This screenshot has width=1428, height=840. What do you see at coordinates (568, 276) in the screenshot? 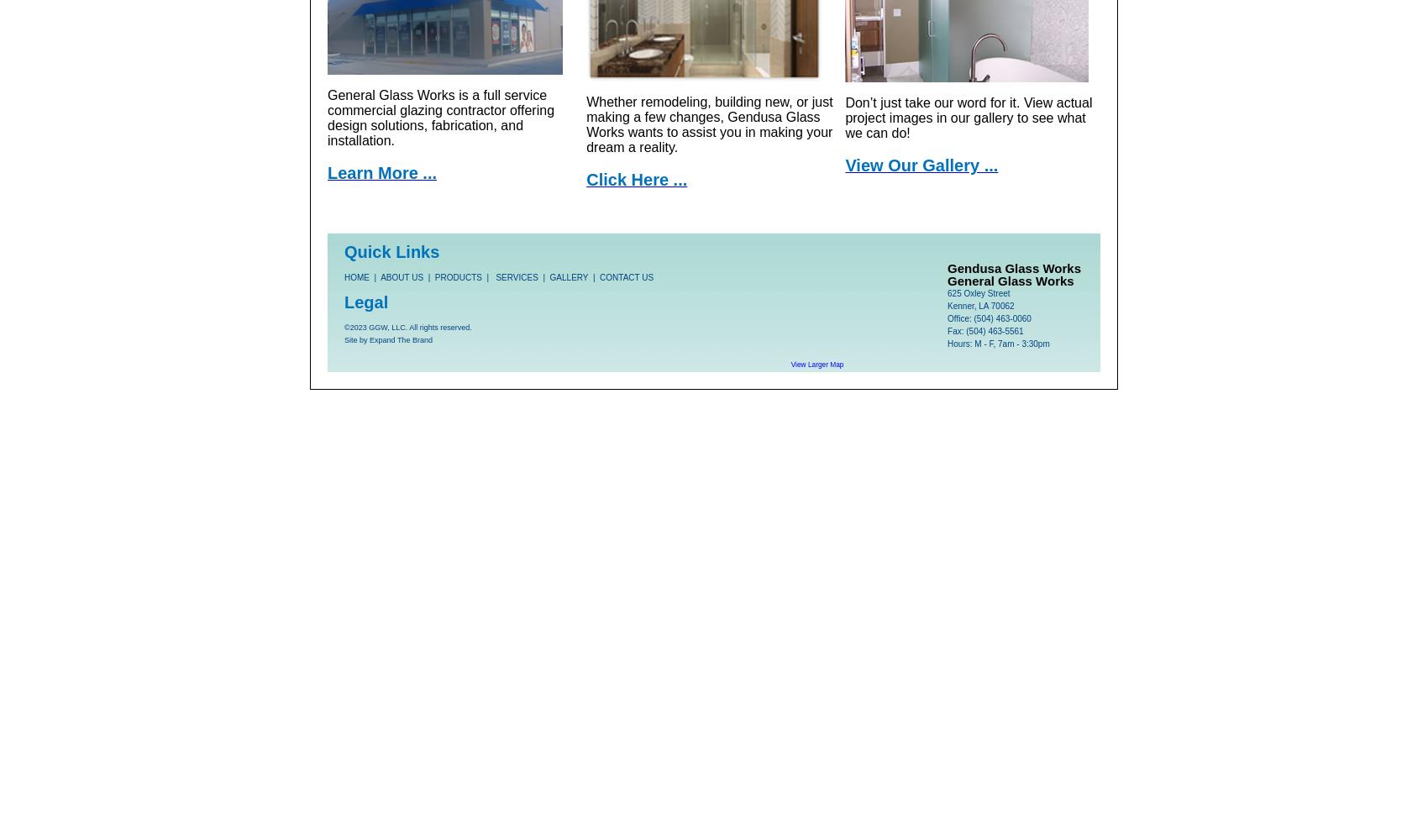
I see `'GALLERY'` at bounding box center [568, 276].